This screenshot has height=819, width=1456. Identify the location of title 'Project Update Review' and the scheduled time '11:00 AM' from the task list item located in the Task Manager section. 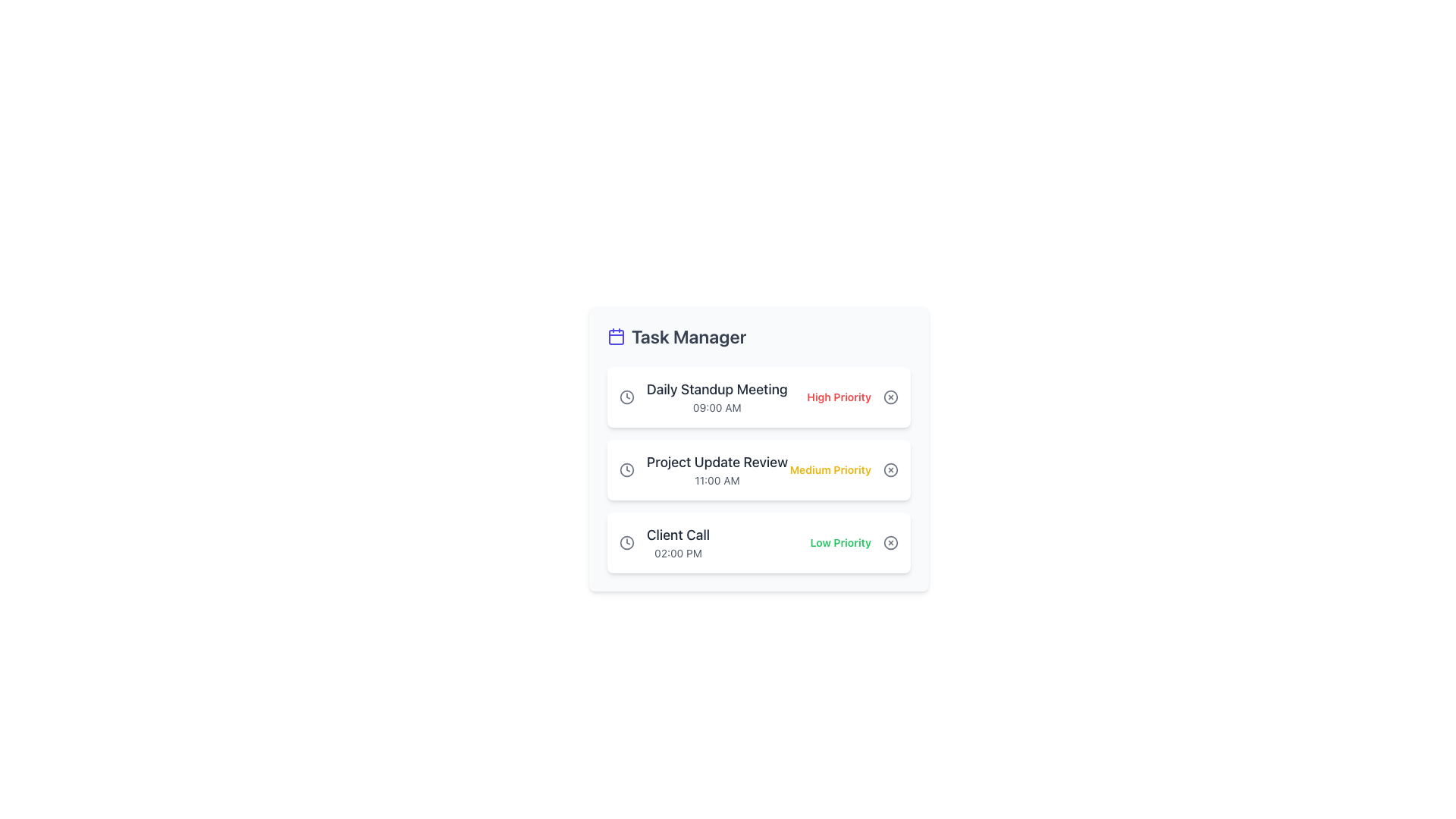
(702, 469).